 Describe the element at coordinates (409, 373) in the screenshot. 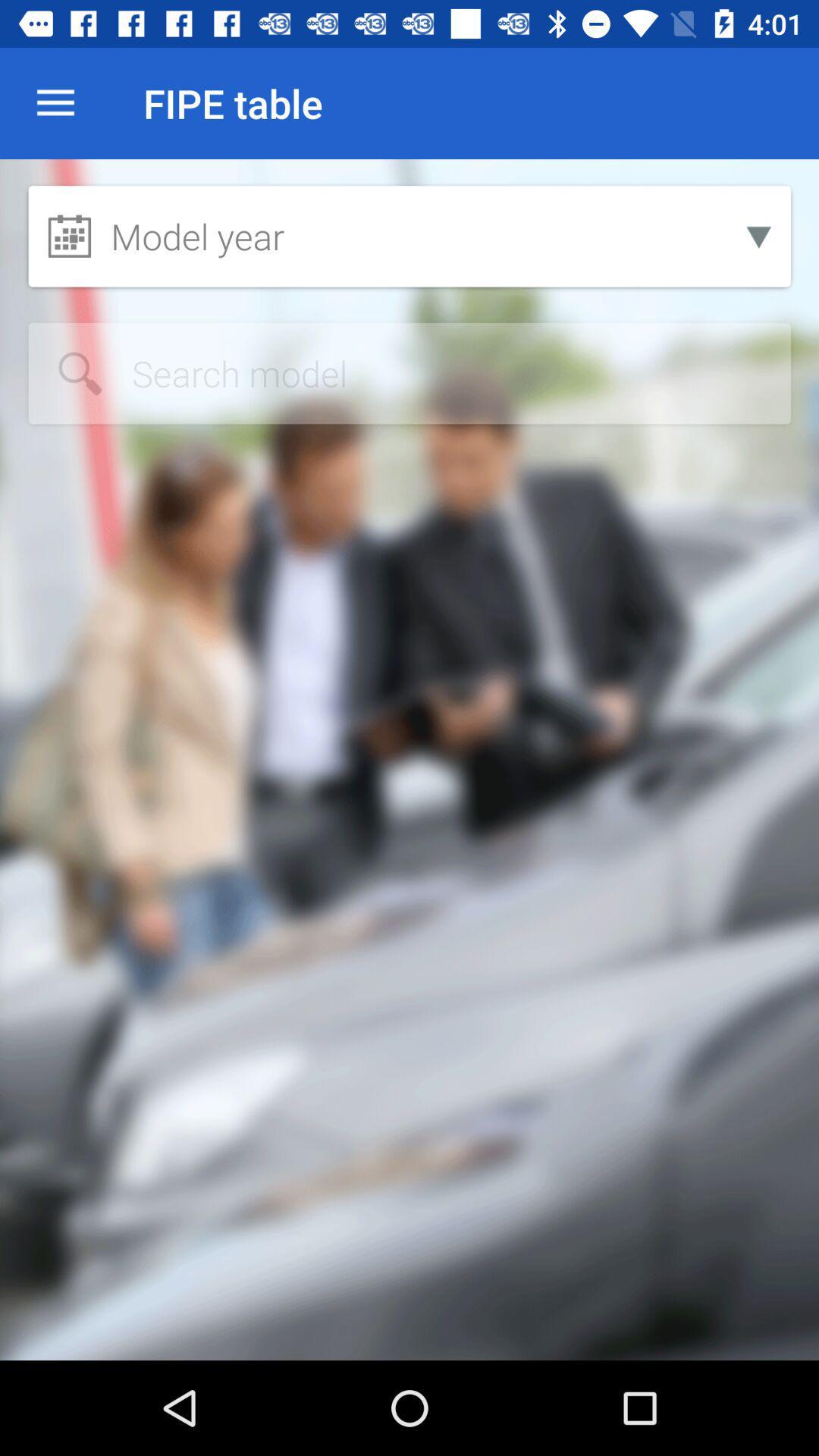

I see `search model` at that location.